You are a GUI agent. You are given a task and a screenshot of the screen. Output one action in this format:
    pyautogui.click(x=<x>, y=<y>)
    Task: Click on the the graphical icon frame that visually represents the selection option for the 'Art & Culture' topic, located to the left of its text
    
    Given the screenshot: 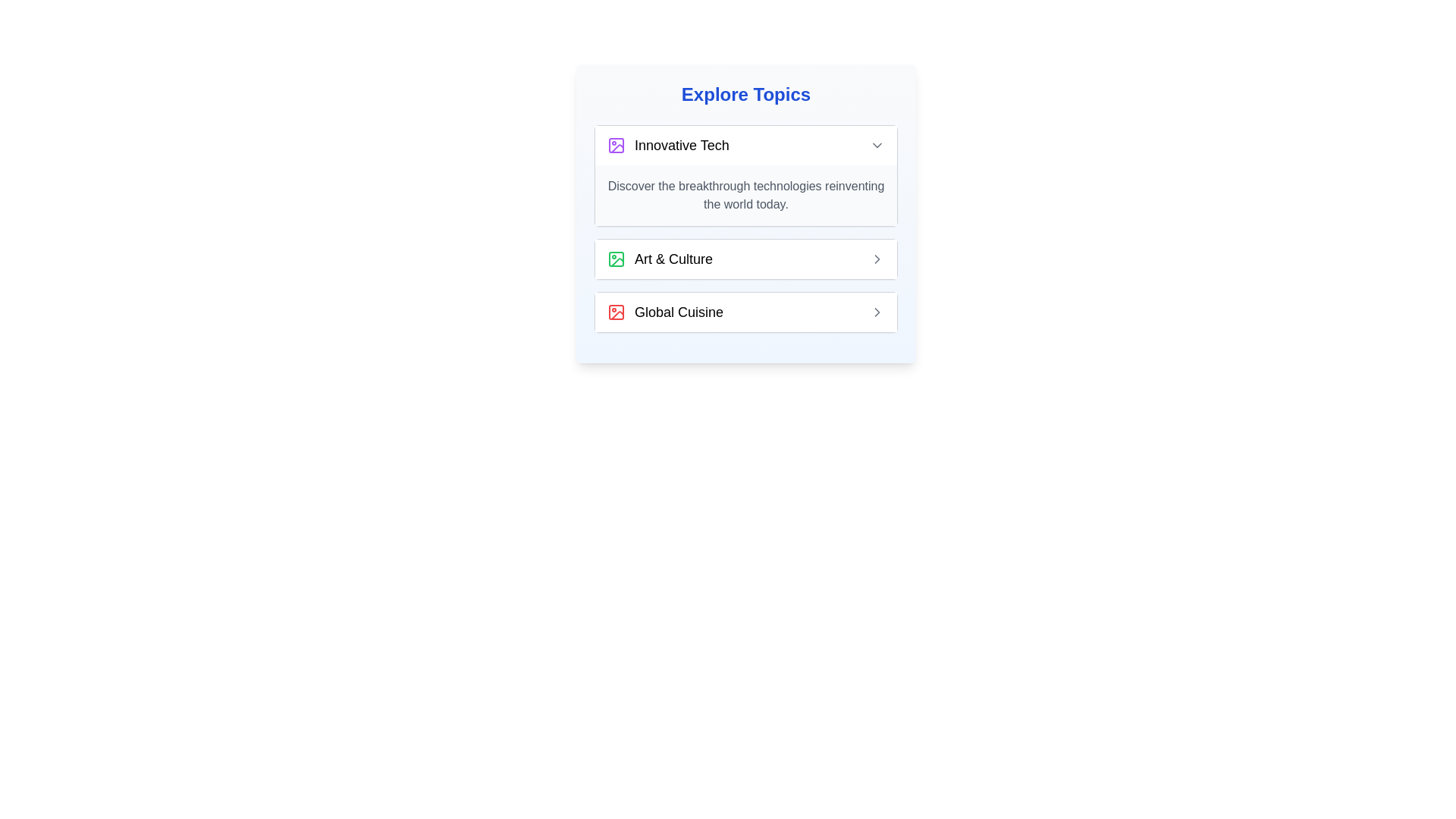 What is the action you would take?
    pyautogui.click(x=616, y=259)
    